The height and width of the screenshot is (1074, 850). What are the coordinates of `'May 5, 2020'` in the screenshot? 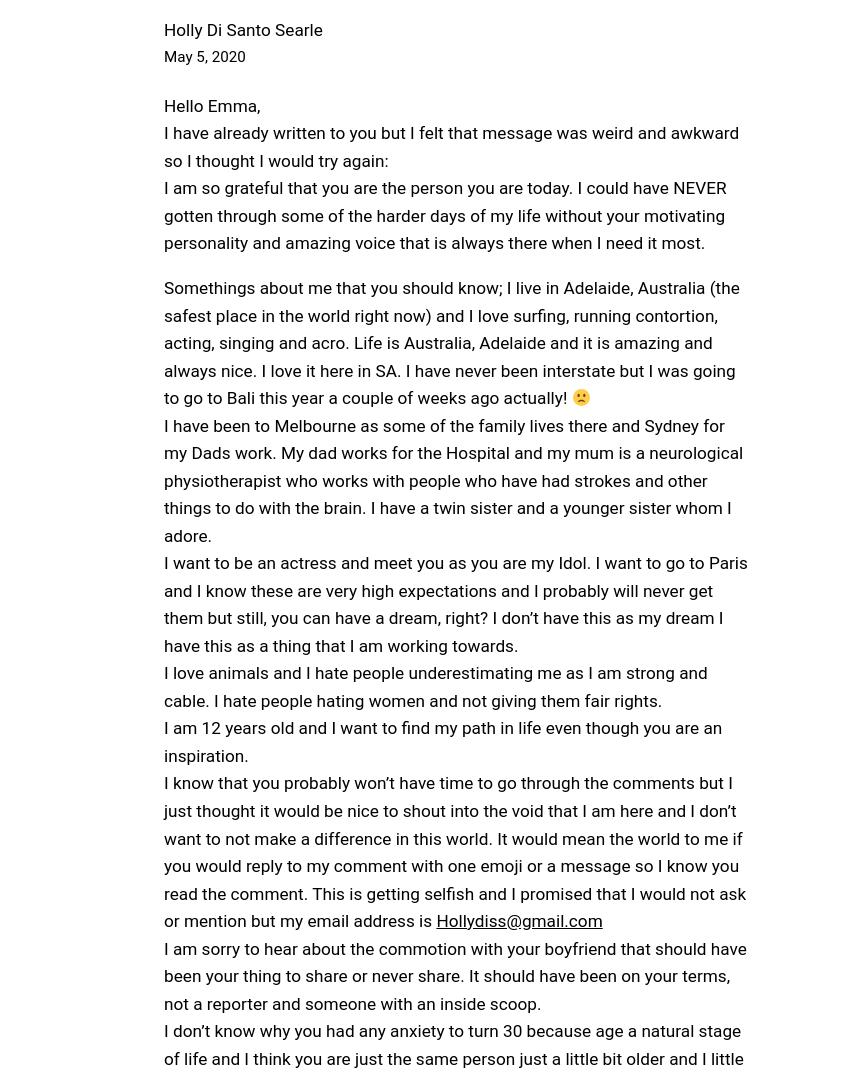 It's located at (203, 55).